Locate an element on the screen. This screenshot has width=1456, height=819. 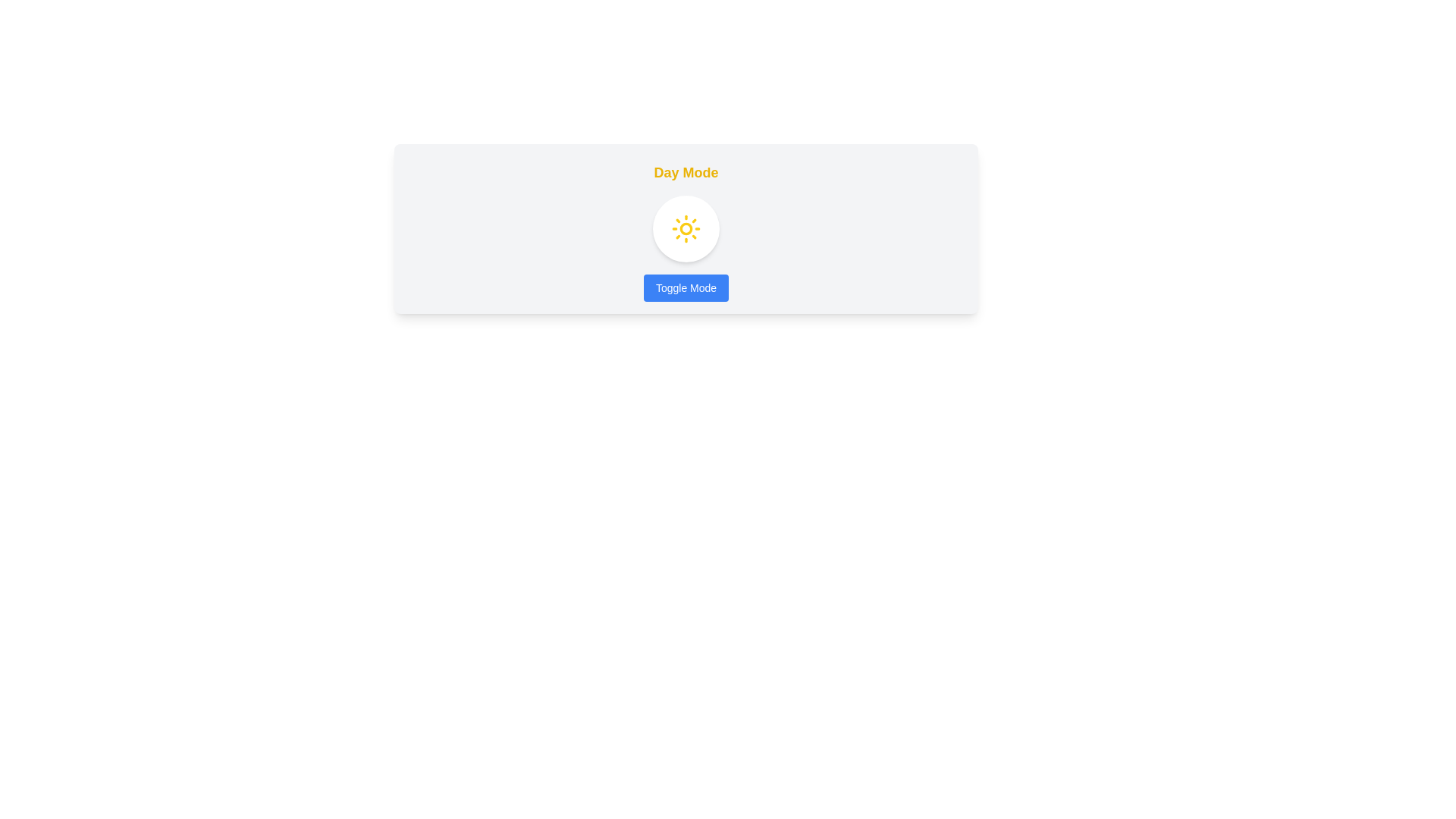
the 'Toggle Mode' button with a blue background and rounded corners, located under the 'Day Mode' title is located at coordinates (685, 288).